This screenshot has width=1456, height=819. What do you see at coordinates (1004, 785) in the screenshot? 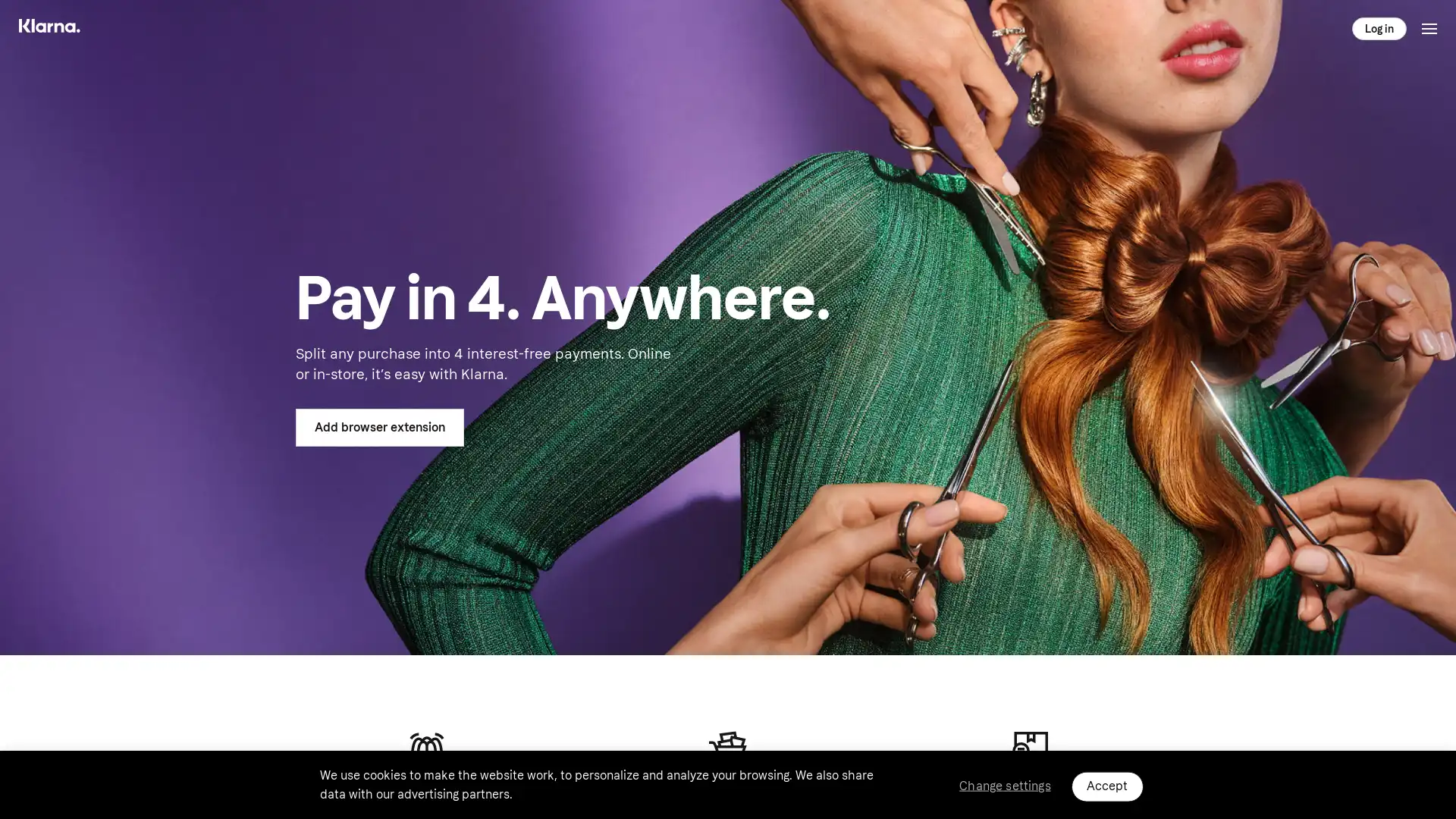
I see `Change settings` at bounding box center [1004, 785].